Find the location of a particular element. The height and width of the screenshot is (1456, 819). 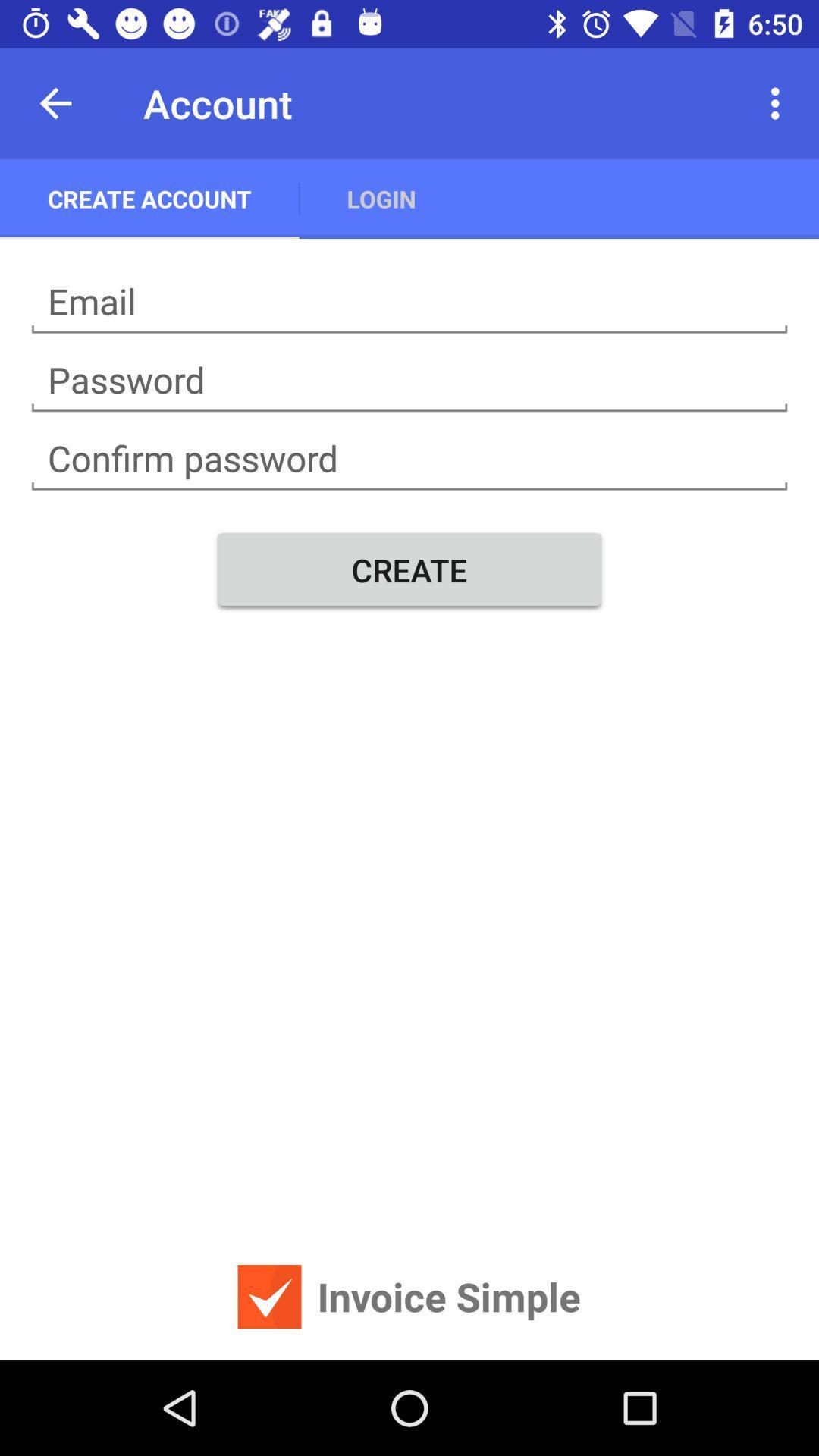

email option is located at coordinates (409, 302).